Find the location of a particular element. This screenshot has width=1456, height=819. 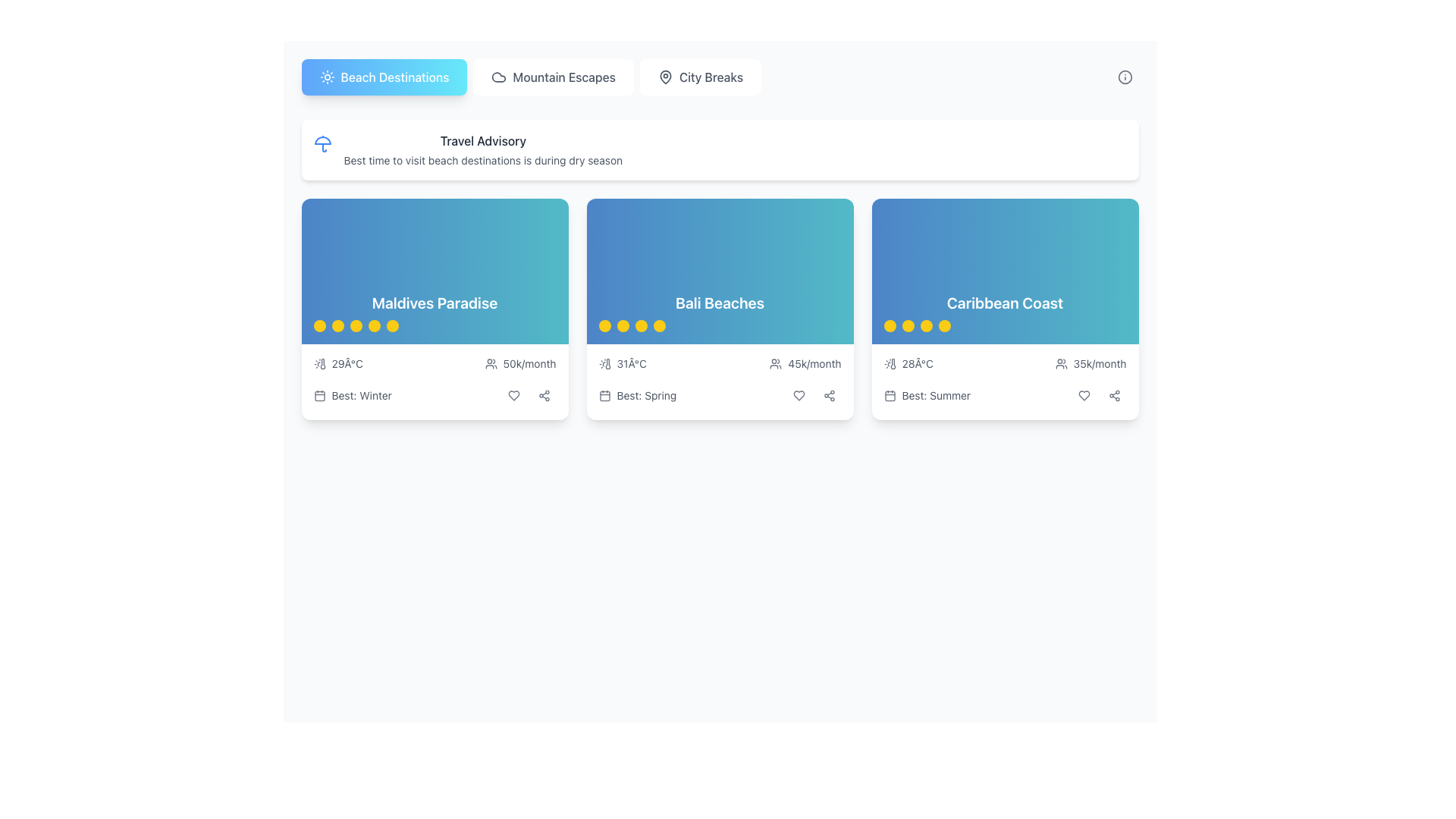

the decorative icon component located inside the SVG group in the 'Caribbean Coast' section of the card is located at coordinates (893, 363).